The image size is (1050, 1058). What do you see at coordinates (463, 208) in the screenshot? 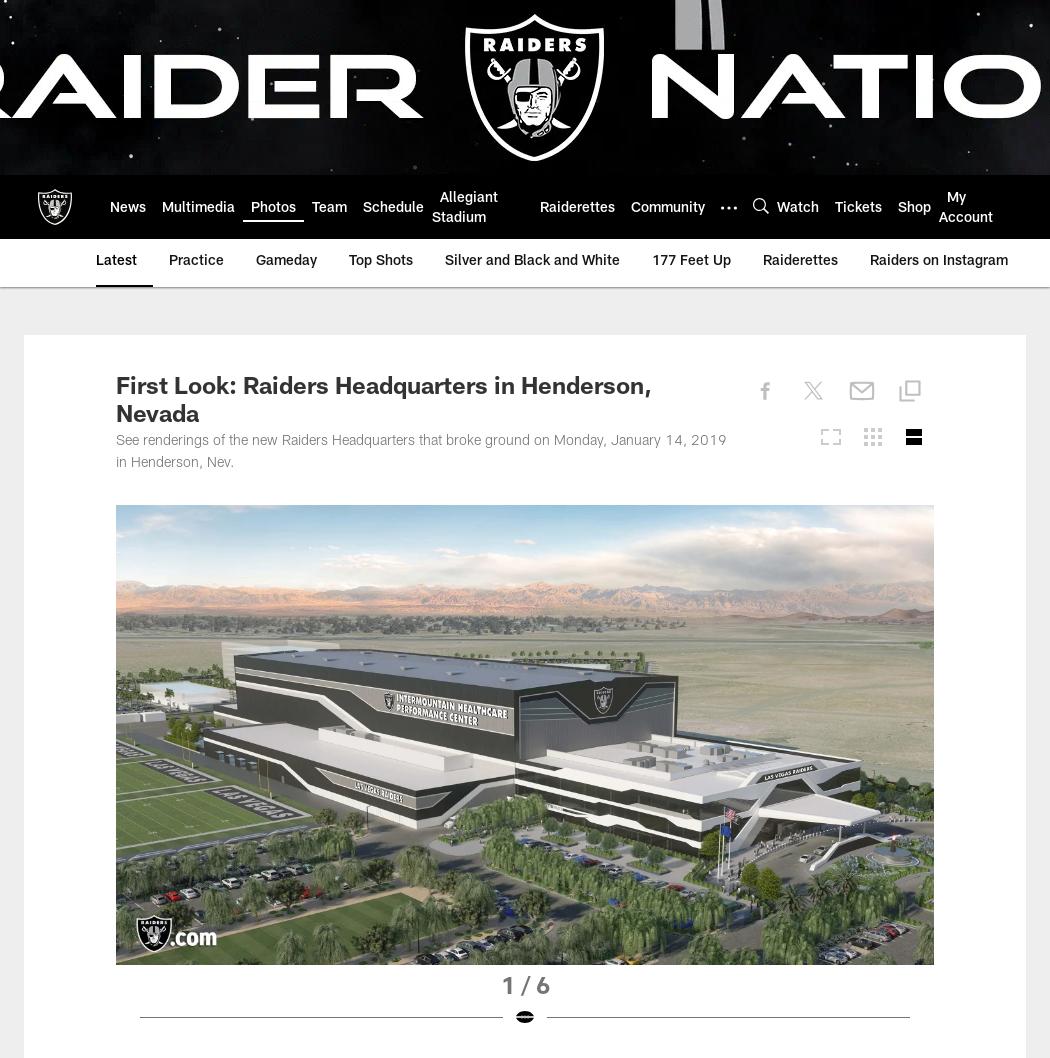
I see `'Allegiant Stadium'` at bounding box center [463, 208].